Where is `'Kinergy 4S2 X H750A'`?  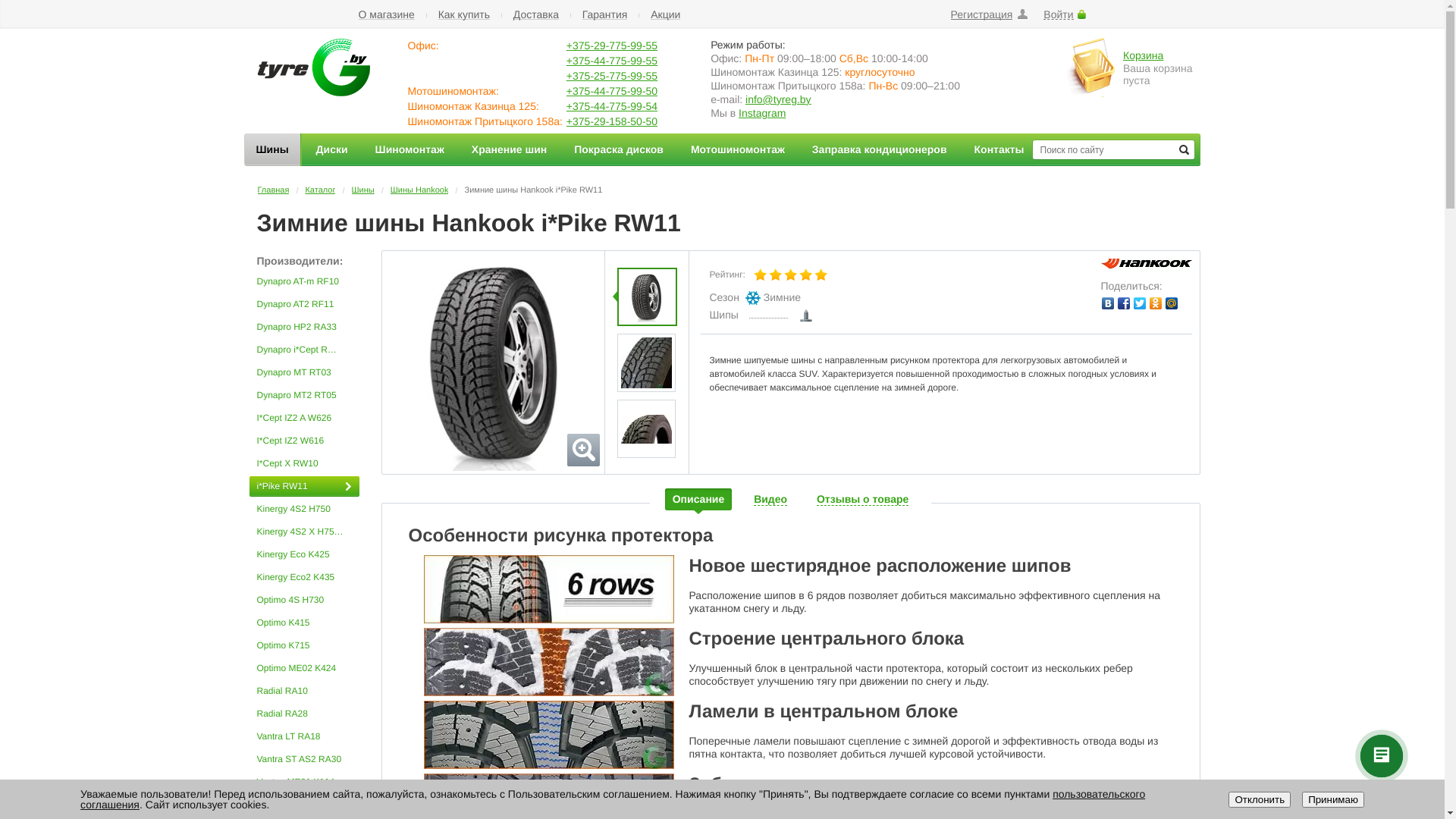 'Kinergy 4S2 X H750A' is located at coordinates (303, 531).